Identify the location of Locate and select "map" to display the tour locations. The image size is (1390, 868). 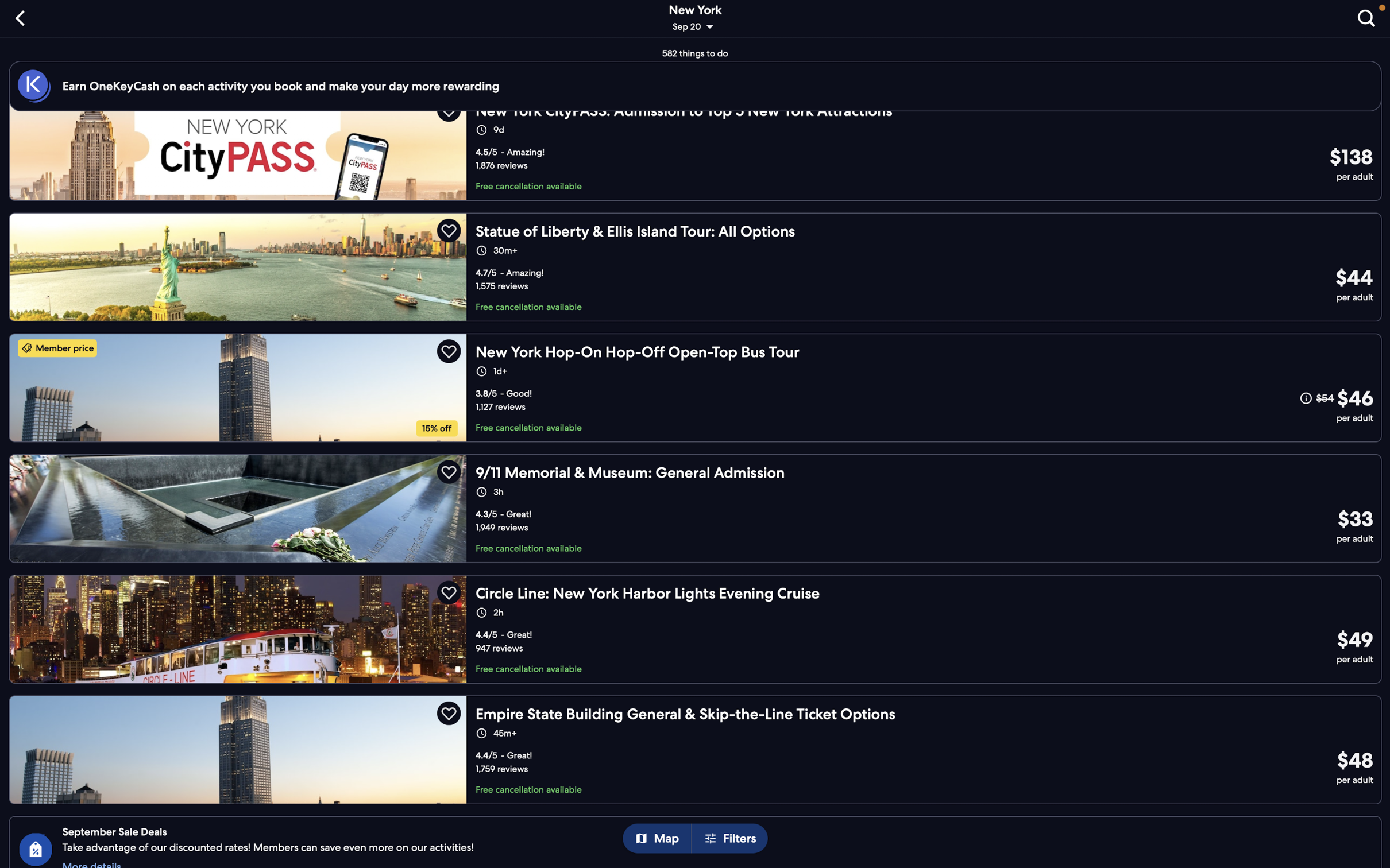
(661, 839).